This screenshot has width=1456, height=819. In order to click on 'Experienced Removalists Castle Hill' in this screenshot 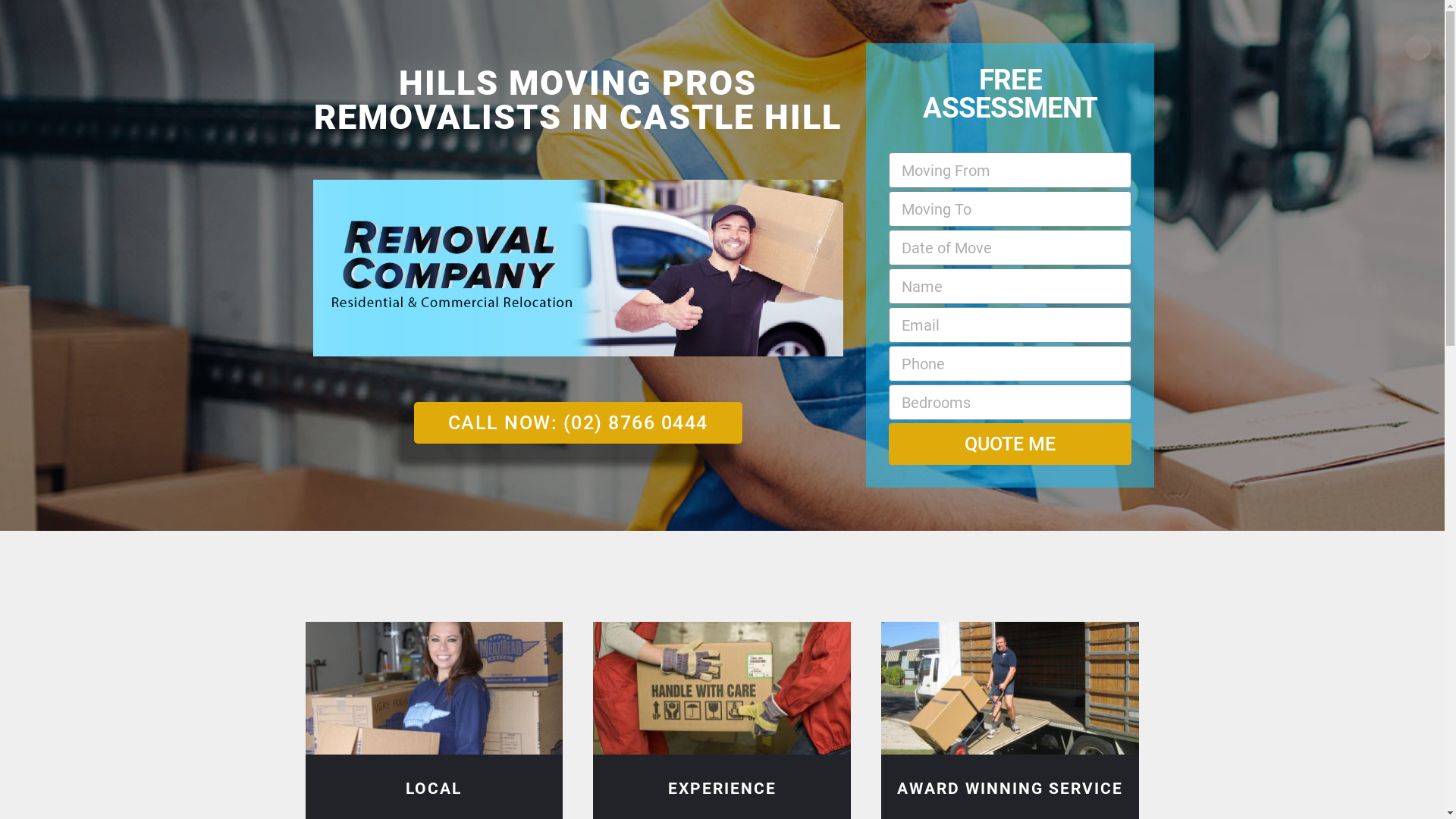, I will do `click(720, 688)`.